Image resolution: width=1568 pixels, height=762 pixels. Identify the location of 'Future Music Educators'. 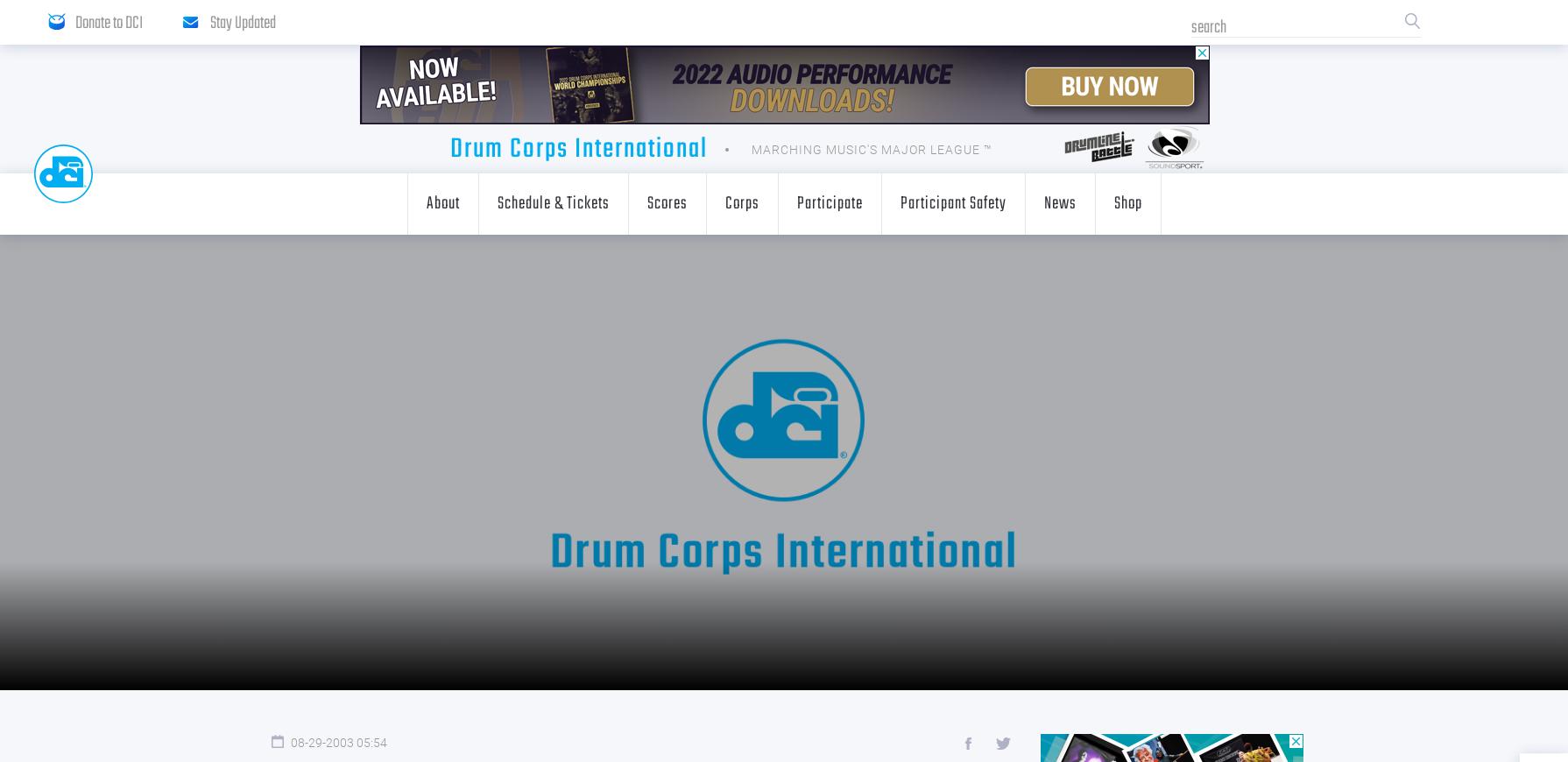
(626, 319).